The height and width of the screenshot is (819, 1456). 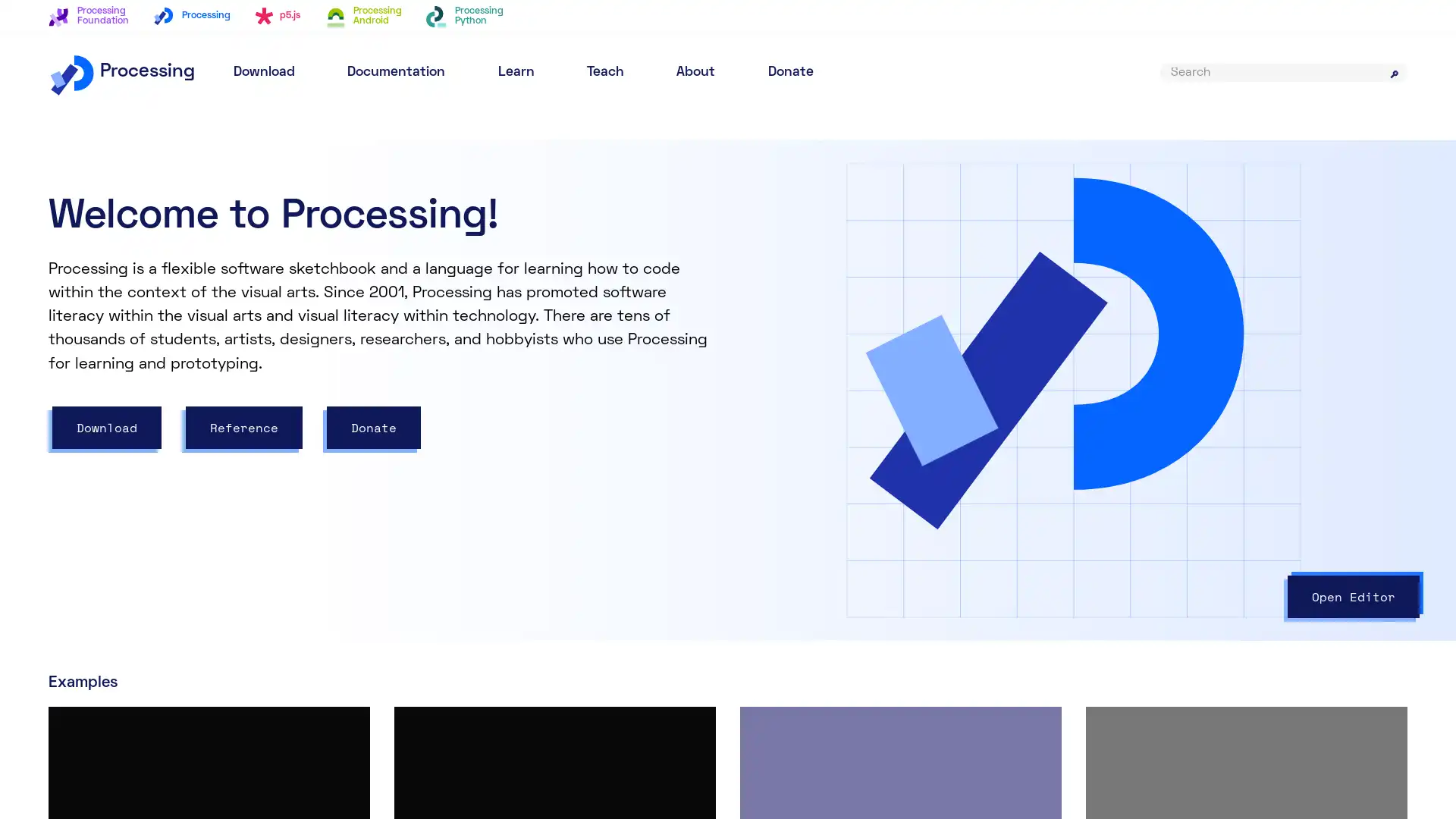 I want to click on change position, so click(x=854, y=450).